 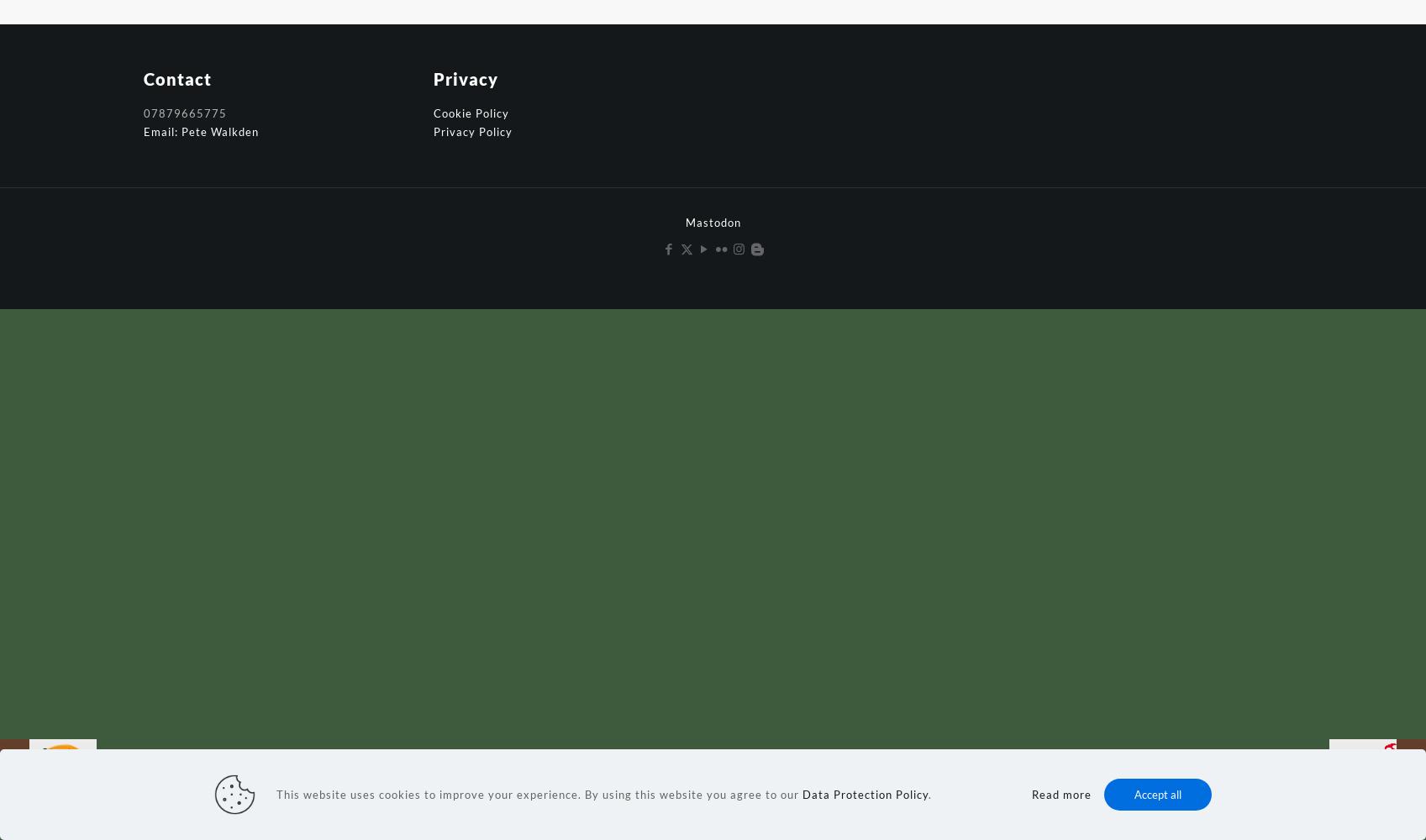 What do you see at coordinates (1060, 794) in the screenshot?
I see `'Read more'` at bounding box center [1060, 794].